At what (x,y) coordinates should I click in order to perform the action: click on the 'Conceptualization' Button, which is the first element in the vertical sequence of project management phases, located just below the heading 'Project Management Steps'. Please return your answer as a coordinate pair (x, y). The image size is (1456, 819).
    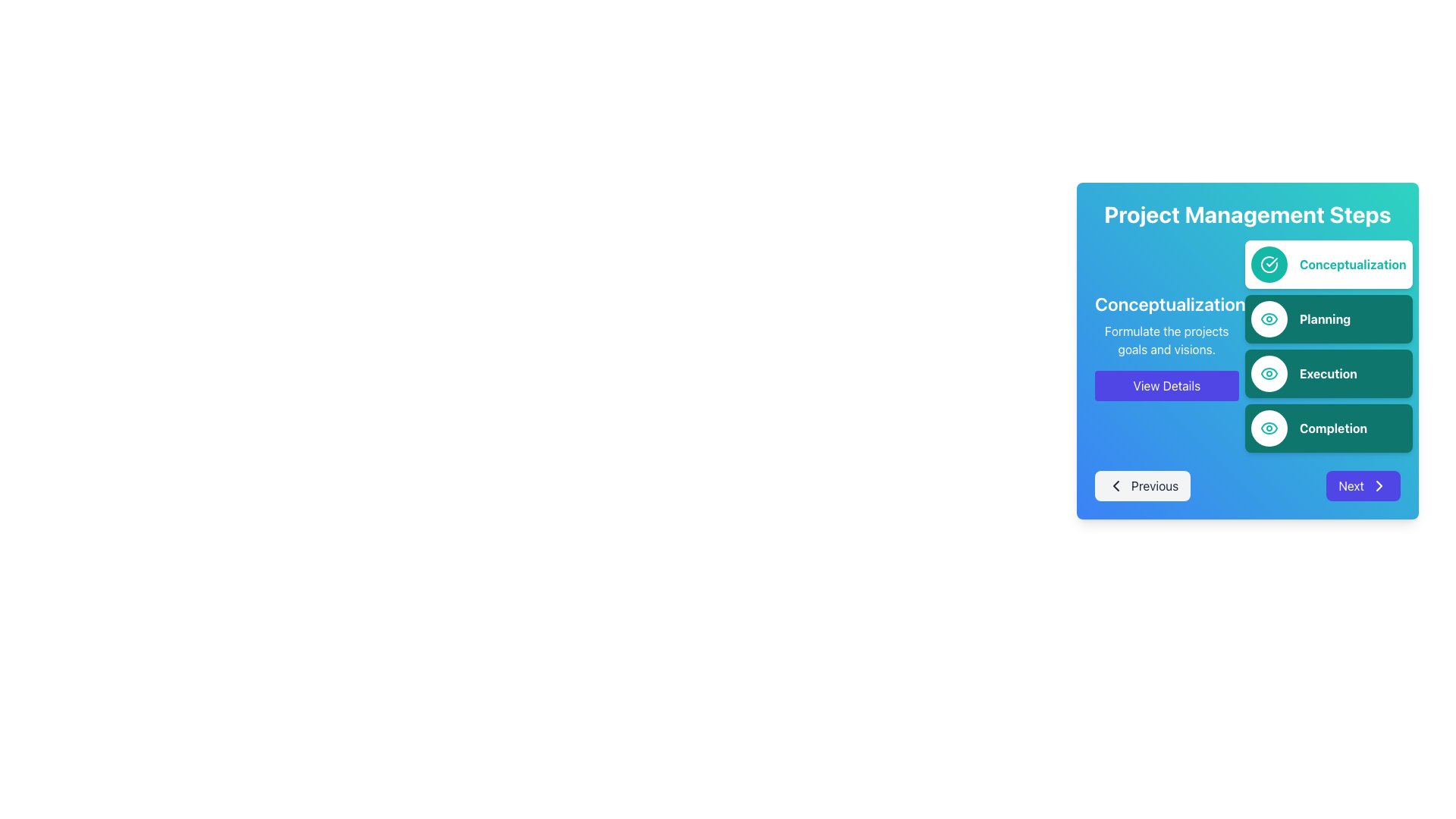
    Looking at the image, I should click on (1328, 263).